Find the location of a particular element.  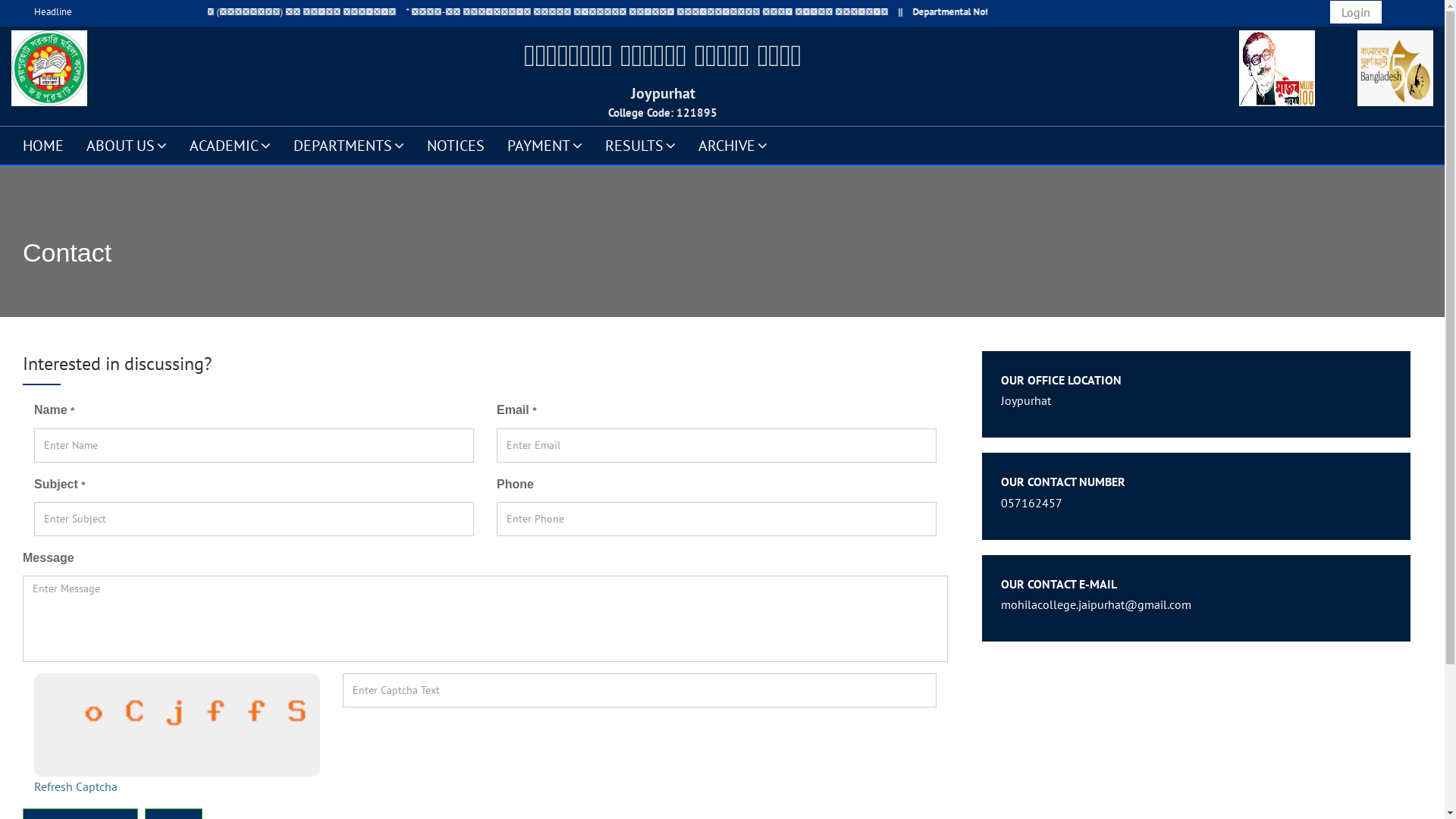

'NOTICES' is located at coordinates (454, 145).